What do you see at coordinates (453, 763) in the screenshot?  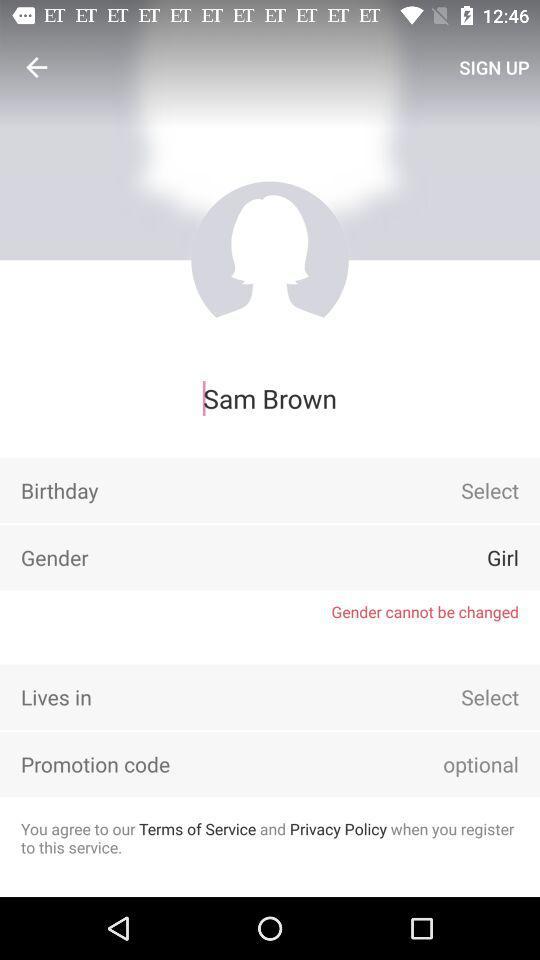 I see `the icon next to promotion code item` at bounding box center [453, 763].